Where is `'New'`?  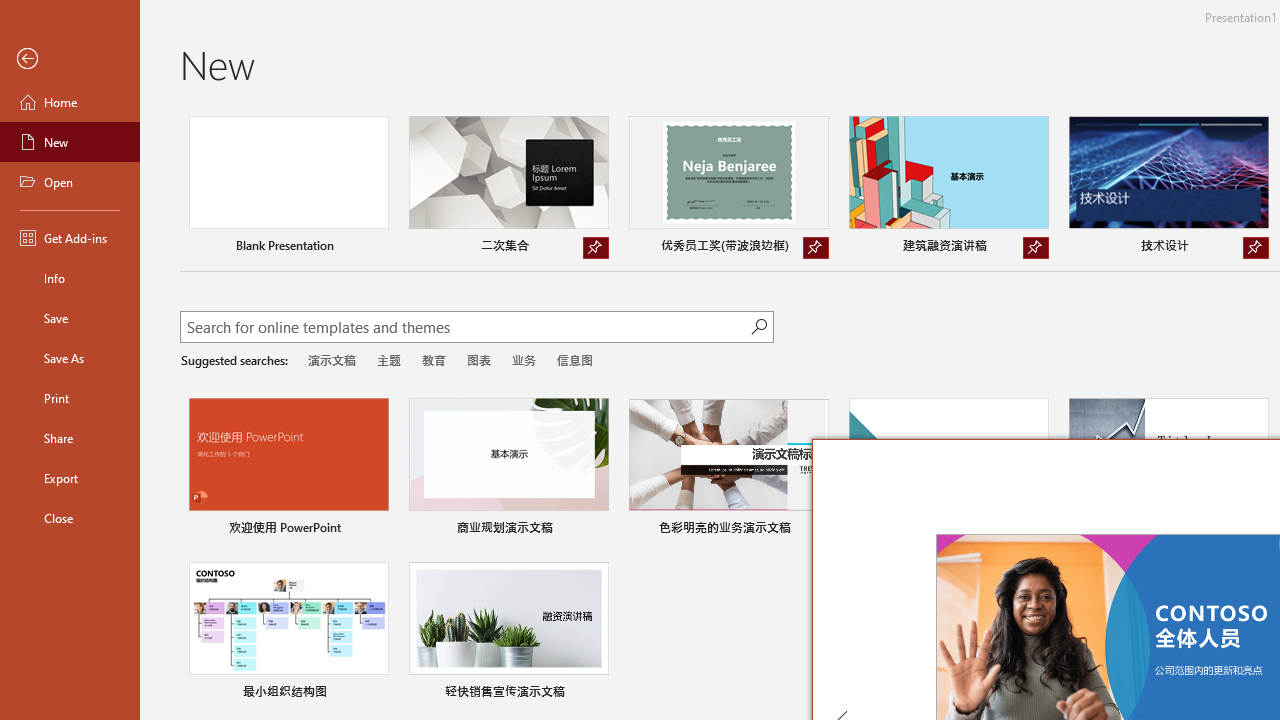
'New' is located at coordinates (69, 140).